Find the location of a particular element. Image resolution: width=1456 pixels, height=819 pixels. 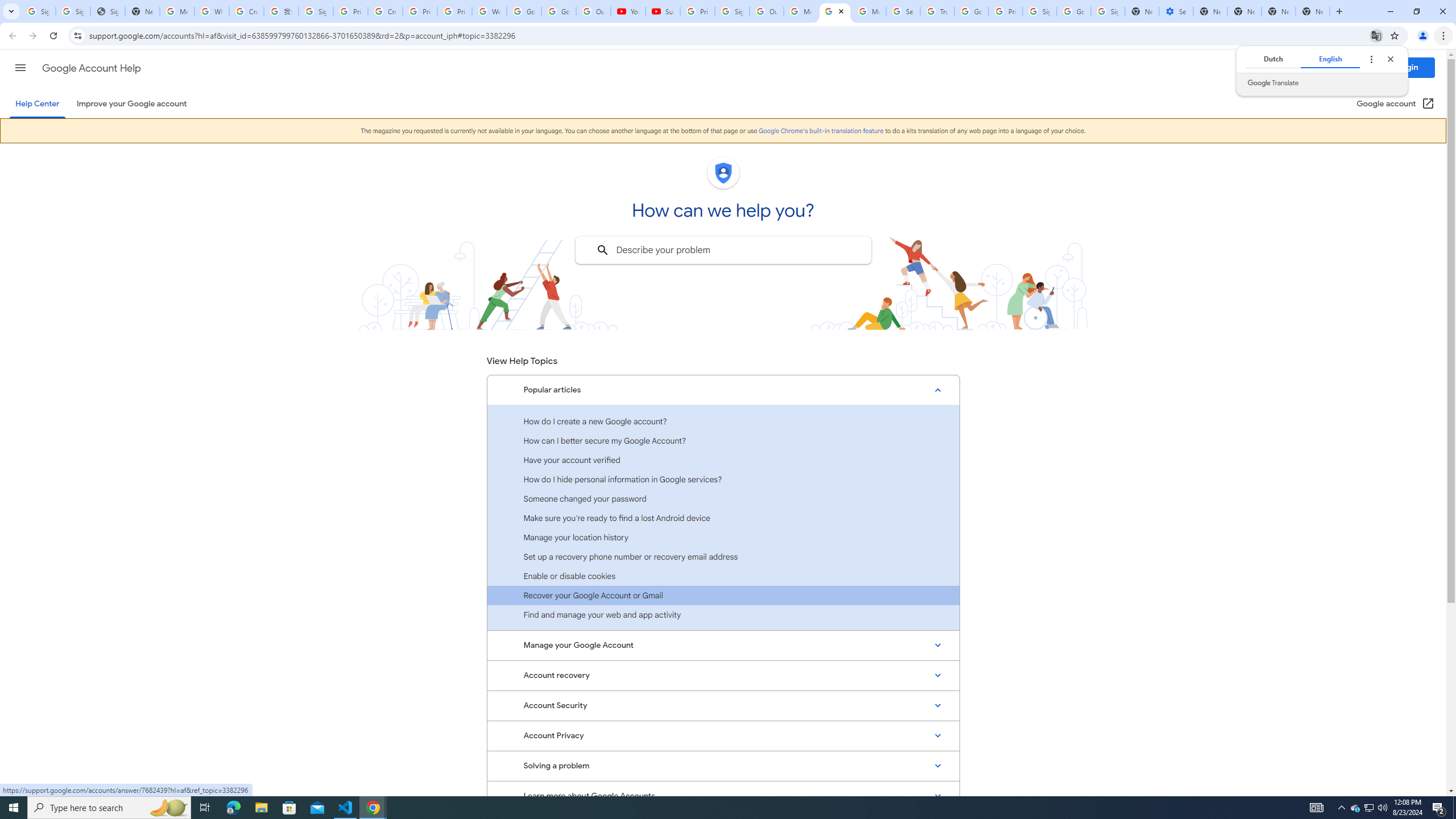

'Settings - Performance' is located at coordinates (1176, 11).